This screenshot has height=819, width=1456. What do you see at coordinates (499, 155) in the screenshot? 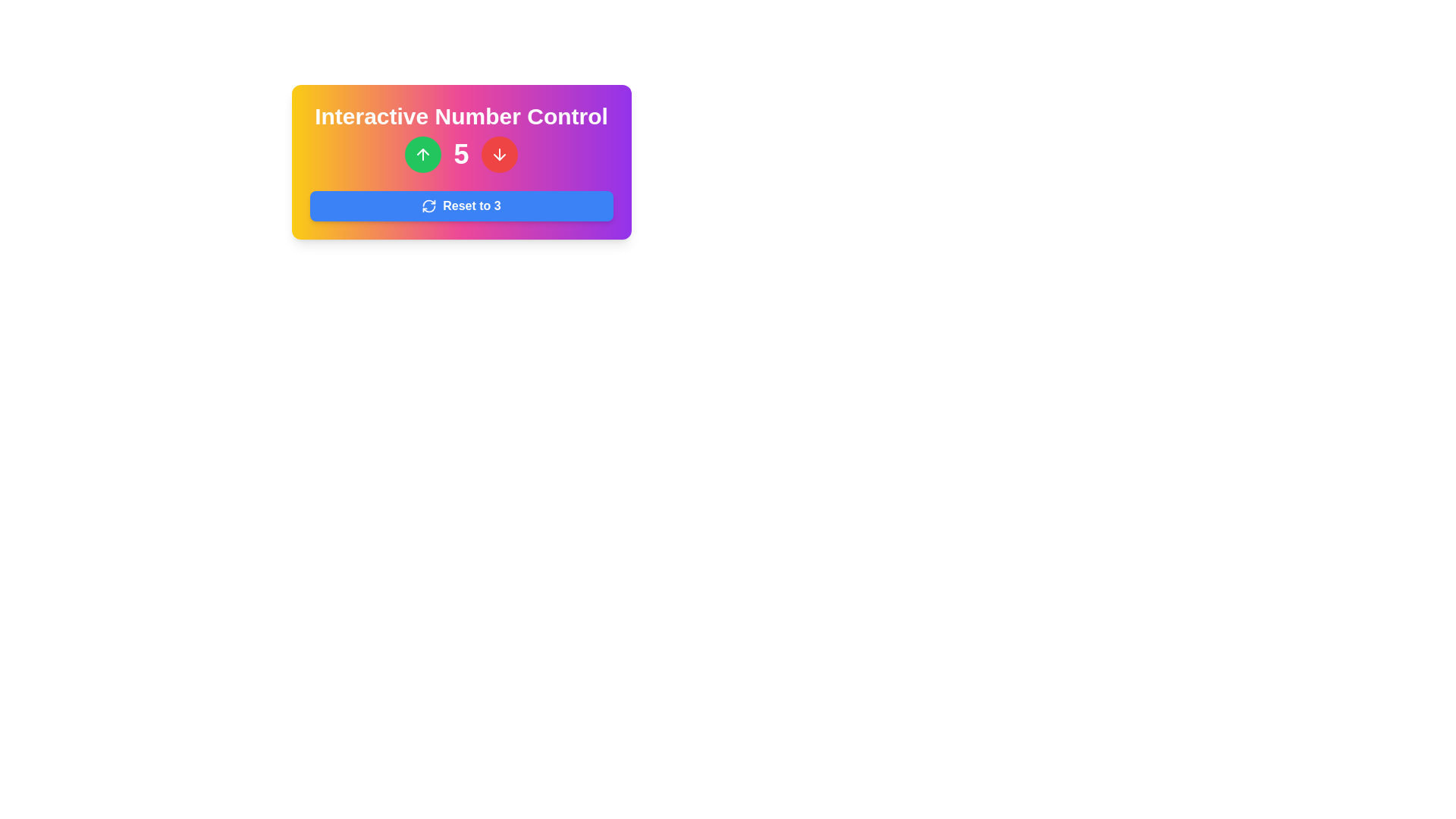
I see `the clickable interactive icon (decrement button) located to the right of the number display in the 'Interactive Number Control' panel` at bounding box center [499, 155].